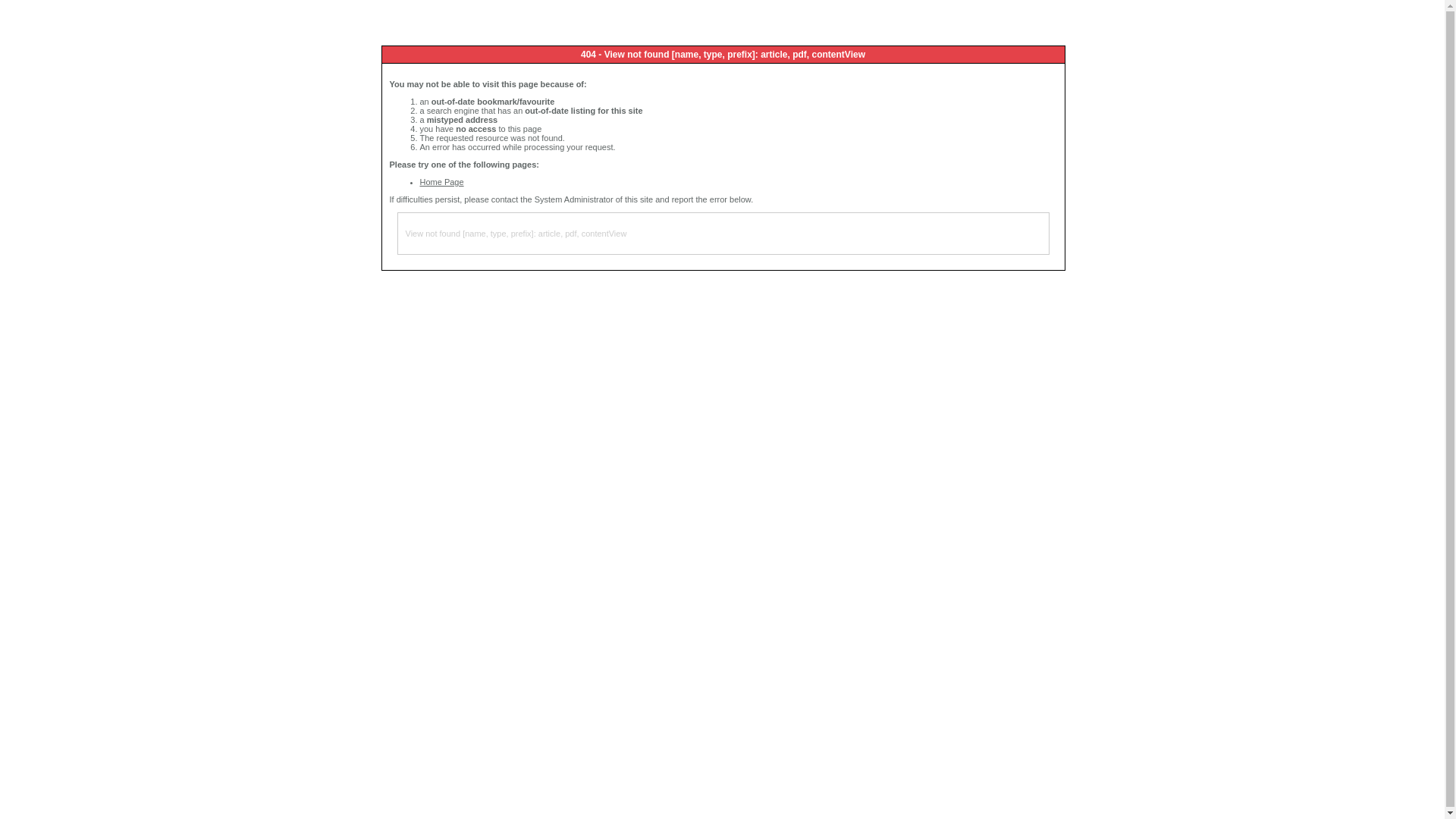  I want to click on 'Home Page', so click(441, 180).